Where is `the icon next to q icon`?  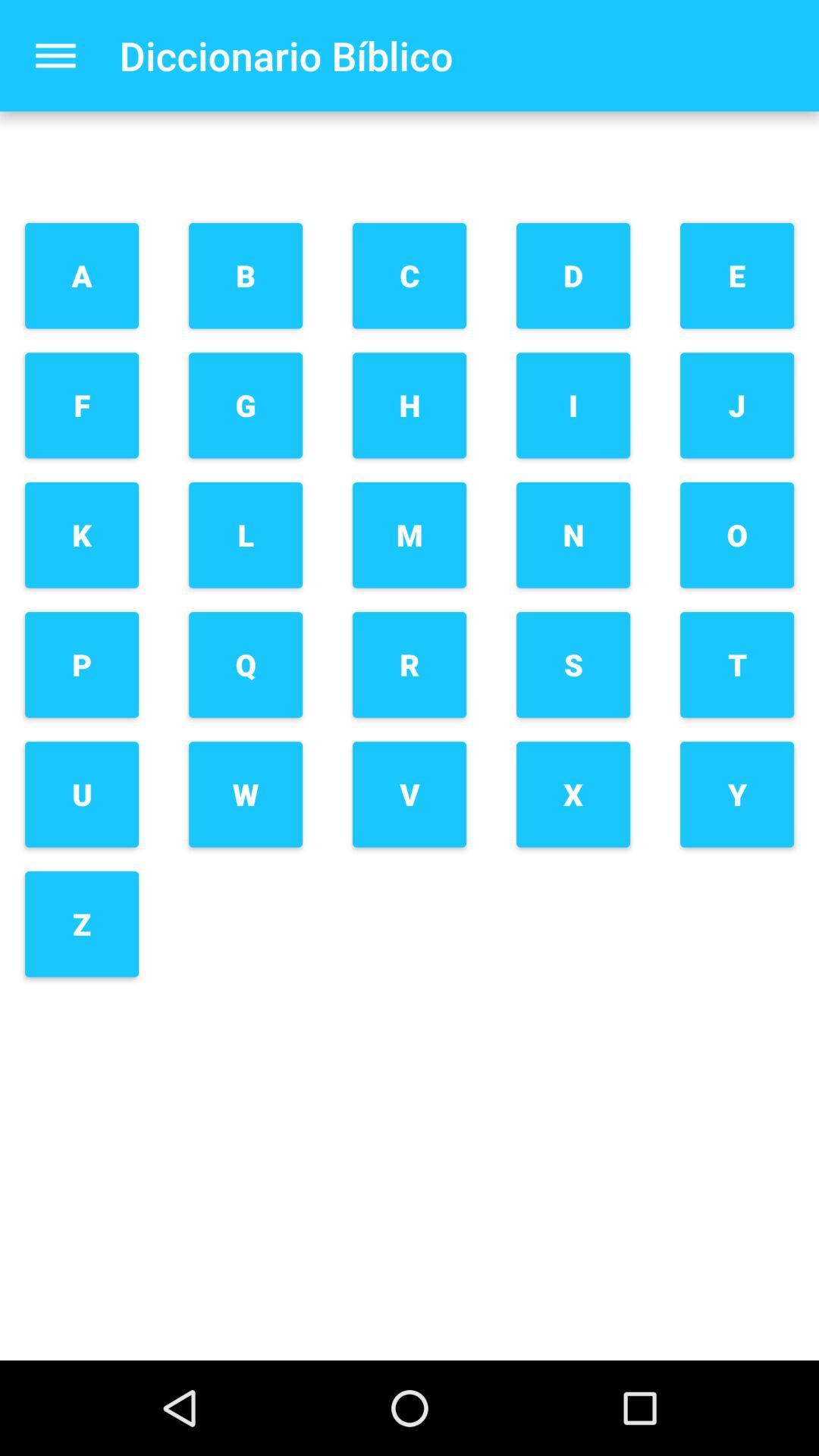 the icon next to q icon is located at coordinates (409, 793).